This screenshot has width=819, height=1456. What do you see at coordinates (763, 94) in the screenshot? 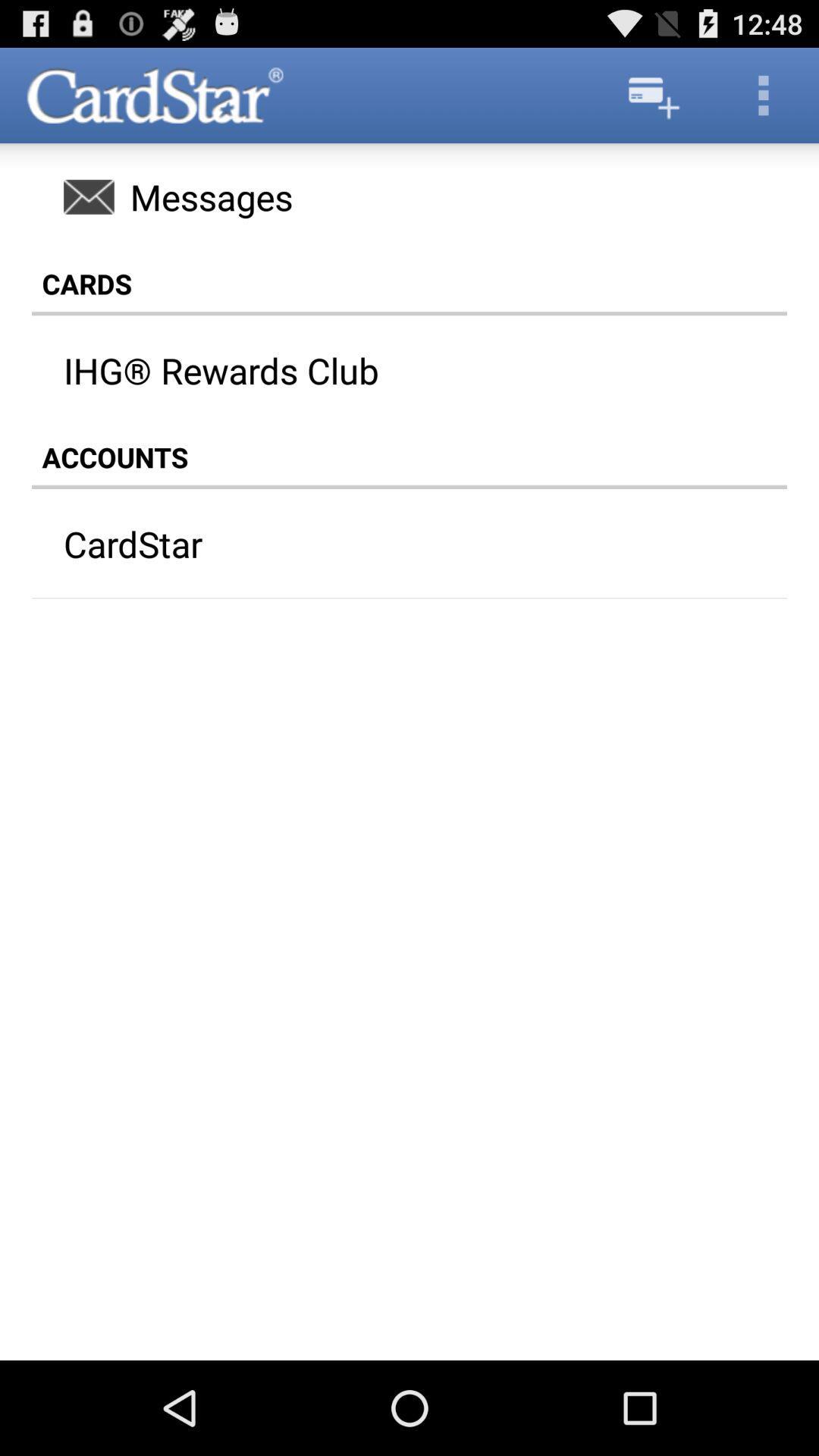
I see `the app above messages` at bounding box center [763, 94].